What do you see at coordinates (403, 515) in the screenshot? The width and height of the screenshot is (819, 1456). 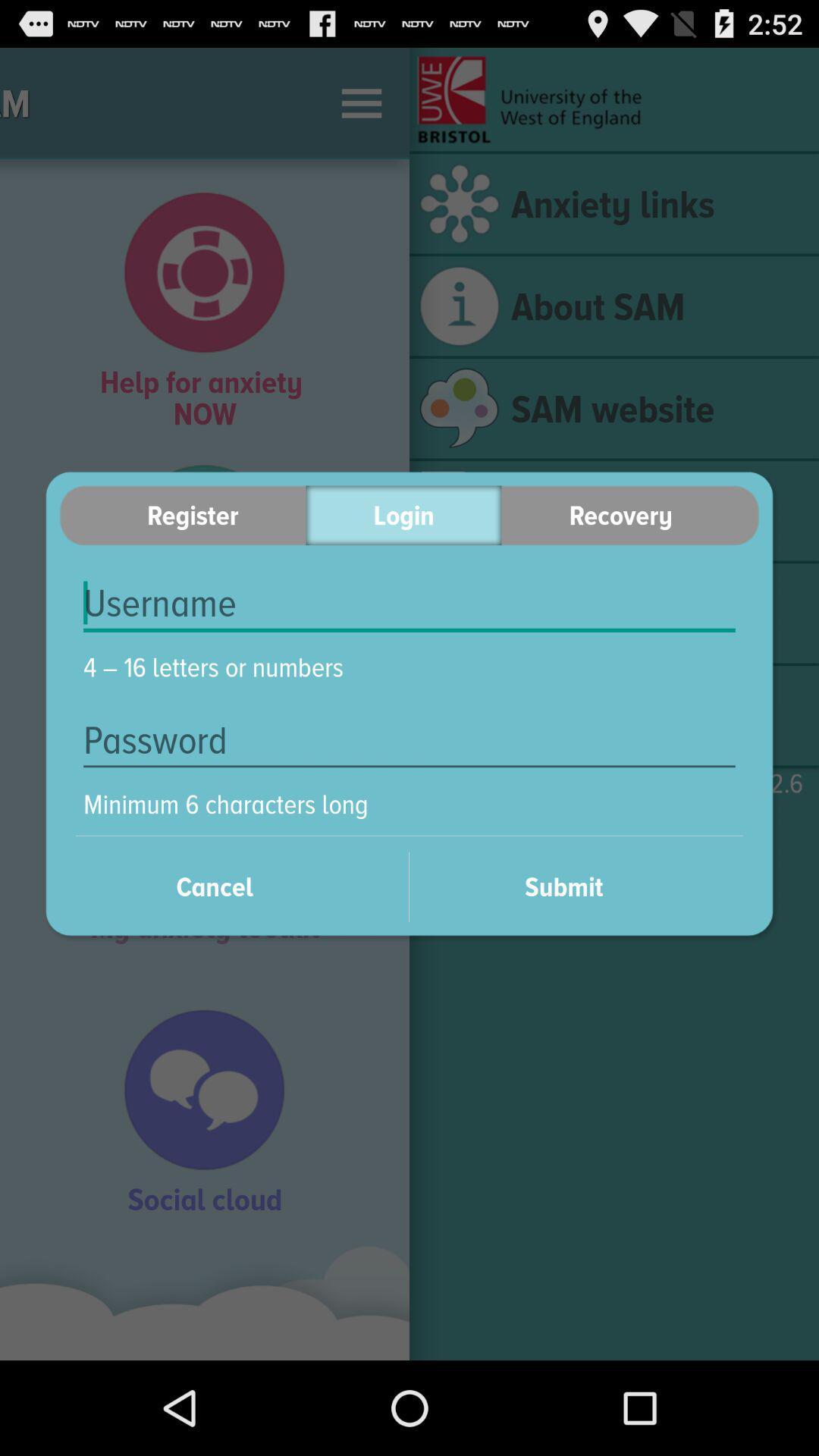 I see `the icon to the left of the recovery item` at bounding box center [403, 515].